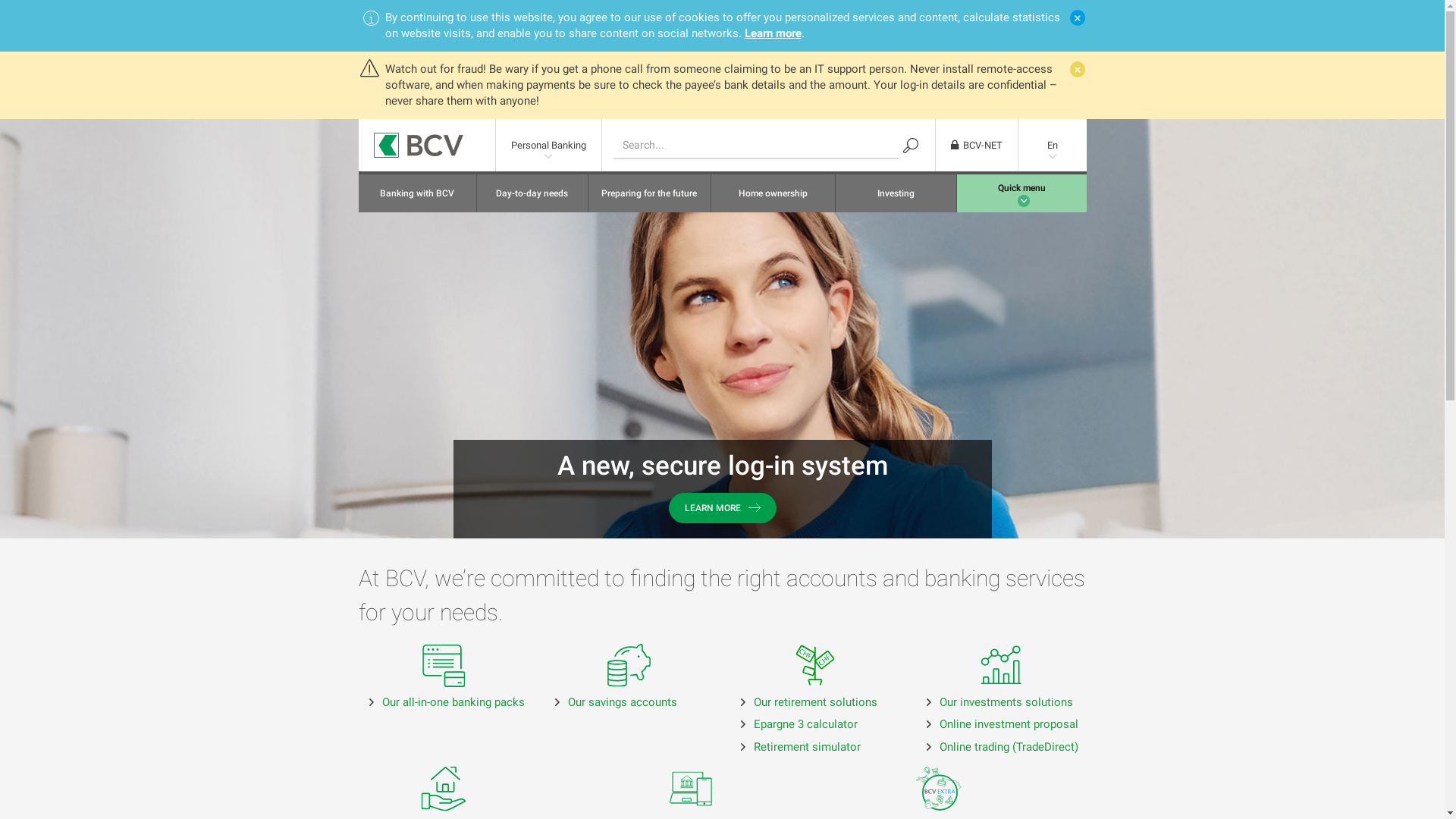  I want to click on 'BCV-NET', so click(976, 145).